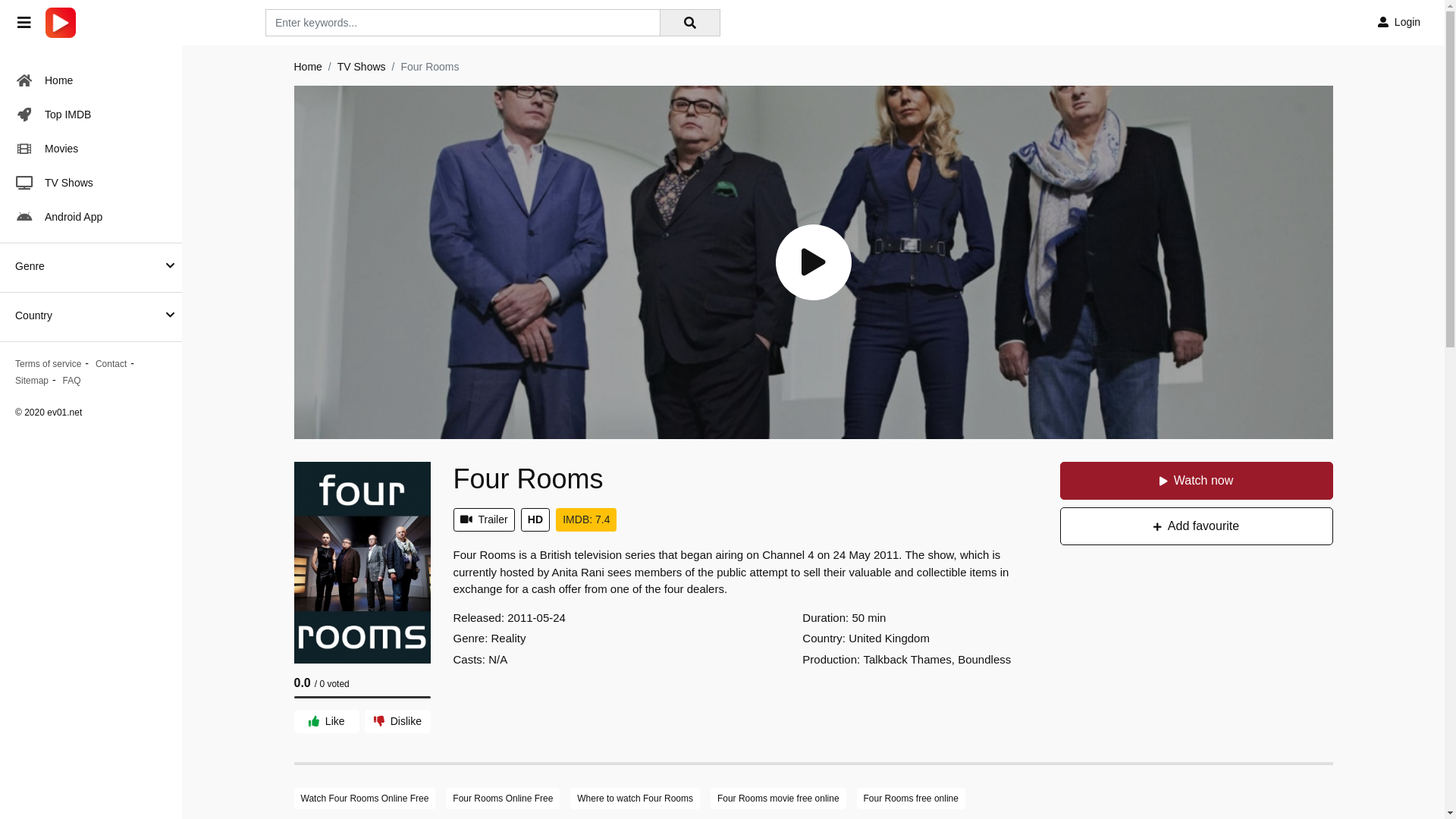 The width and height of the screenshot is (1456, 819). What do you see at coordinates (32, 380) in the screenshot?
I see `'Sitemap'` at bounding box center [32, 380].